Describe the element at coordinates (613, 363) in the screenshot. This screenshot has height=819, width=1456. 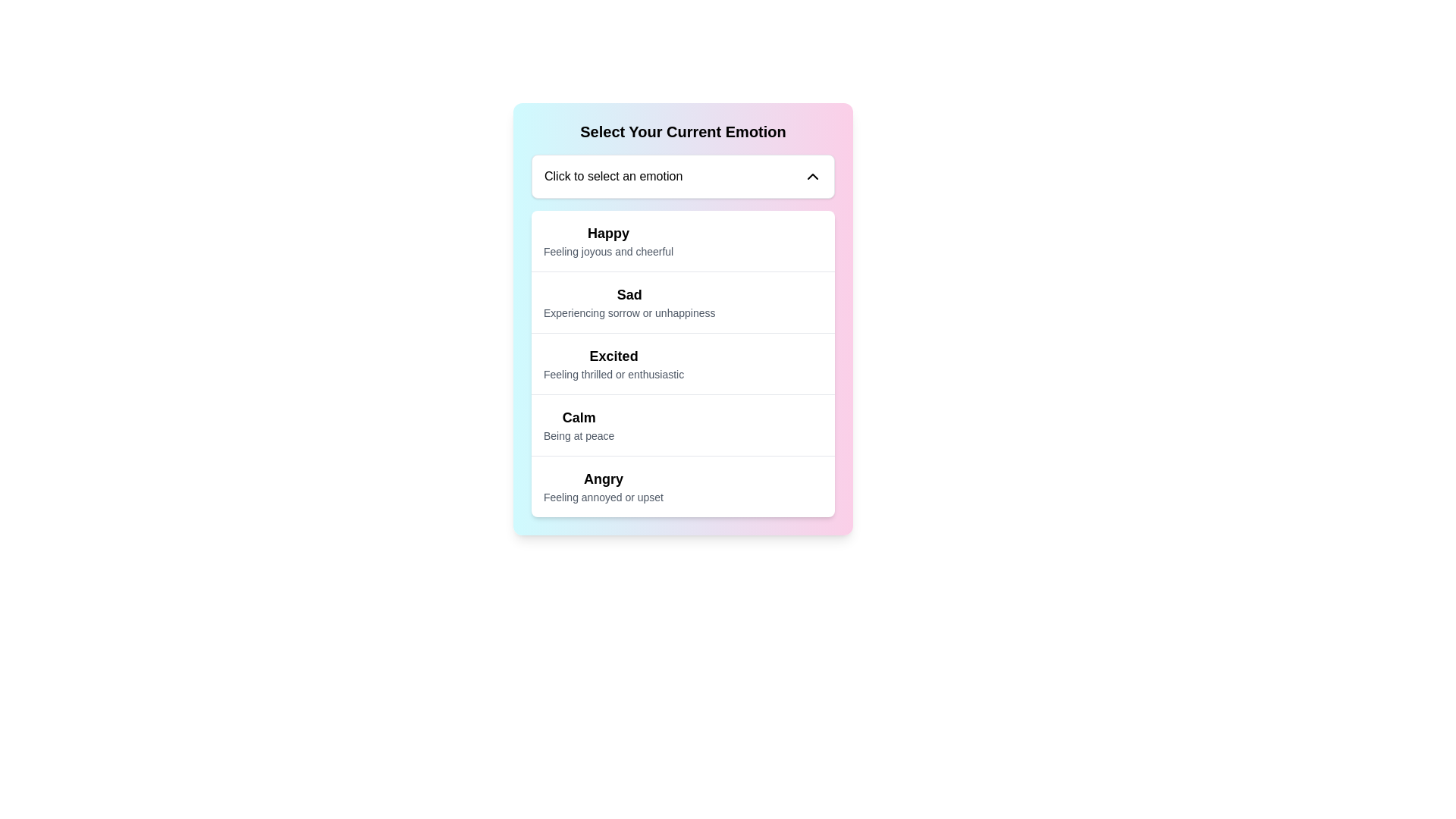
I see `the 'Excited' list item in the dropdown menu` at that location.